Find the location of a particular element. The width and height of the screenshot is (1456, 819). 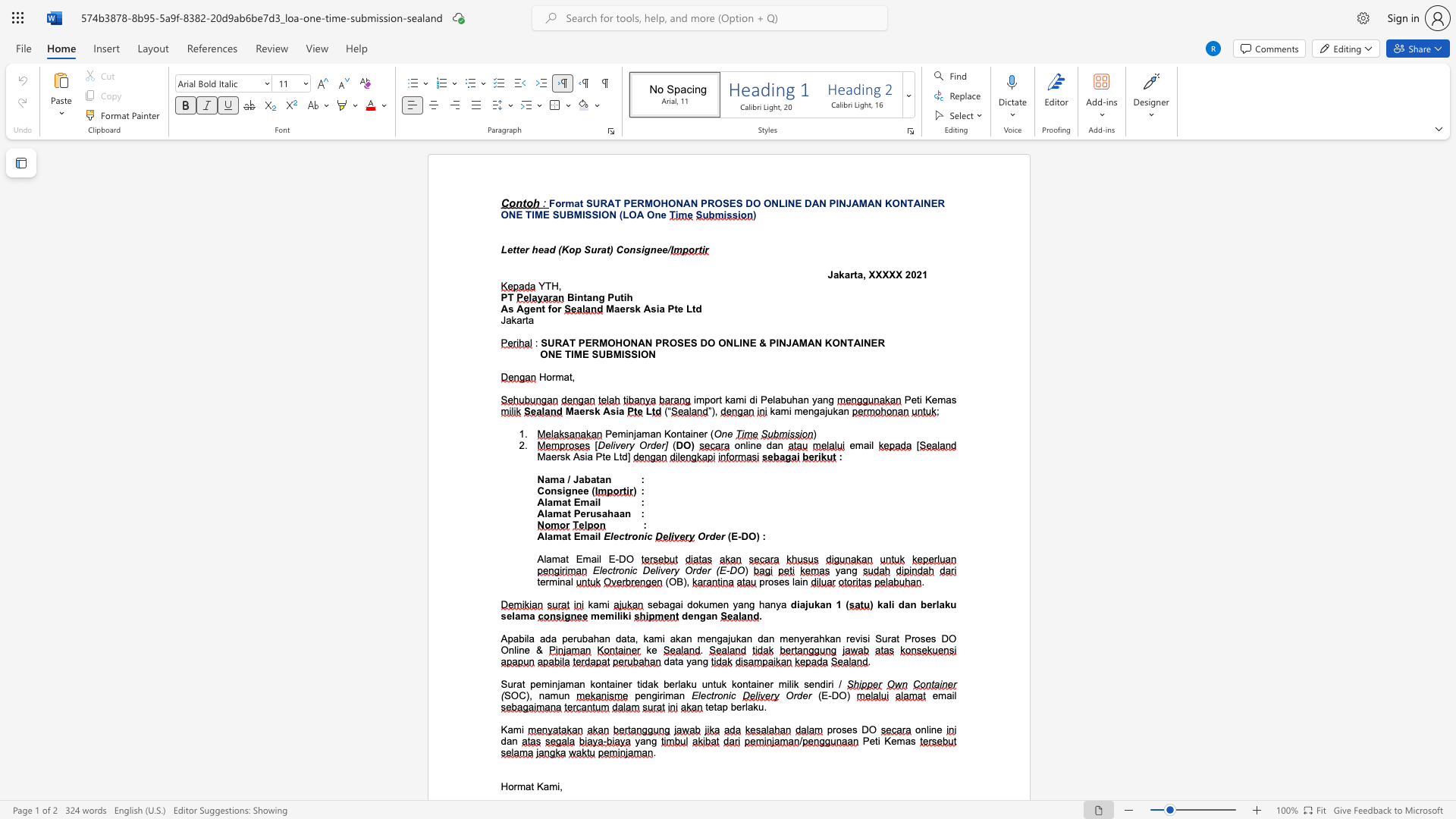

the subset text "rs" within the text "Maersk Asia" is located at coordinates (584, 411).